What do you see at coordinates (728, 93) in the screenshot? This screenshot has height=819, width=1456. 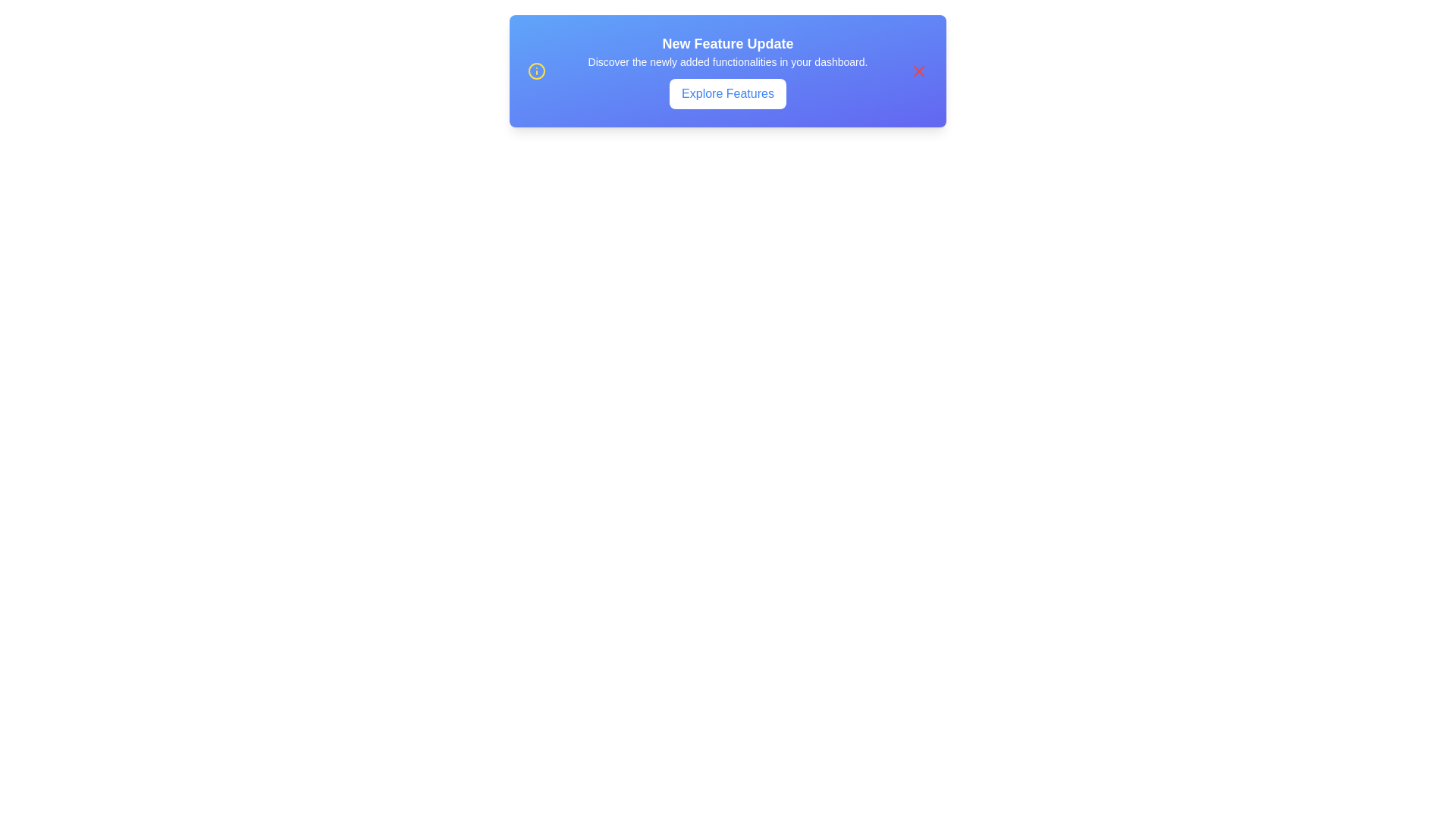 I see `the 'Explore Features' button to explore the features` at bounding box center [728, 93].